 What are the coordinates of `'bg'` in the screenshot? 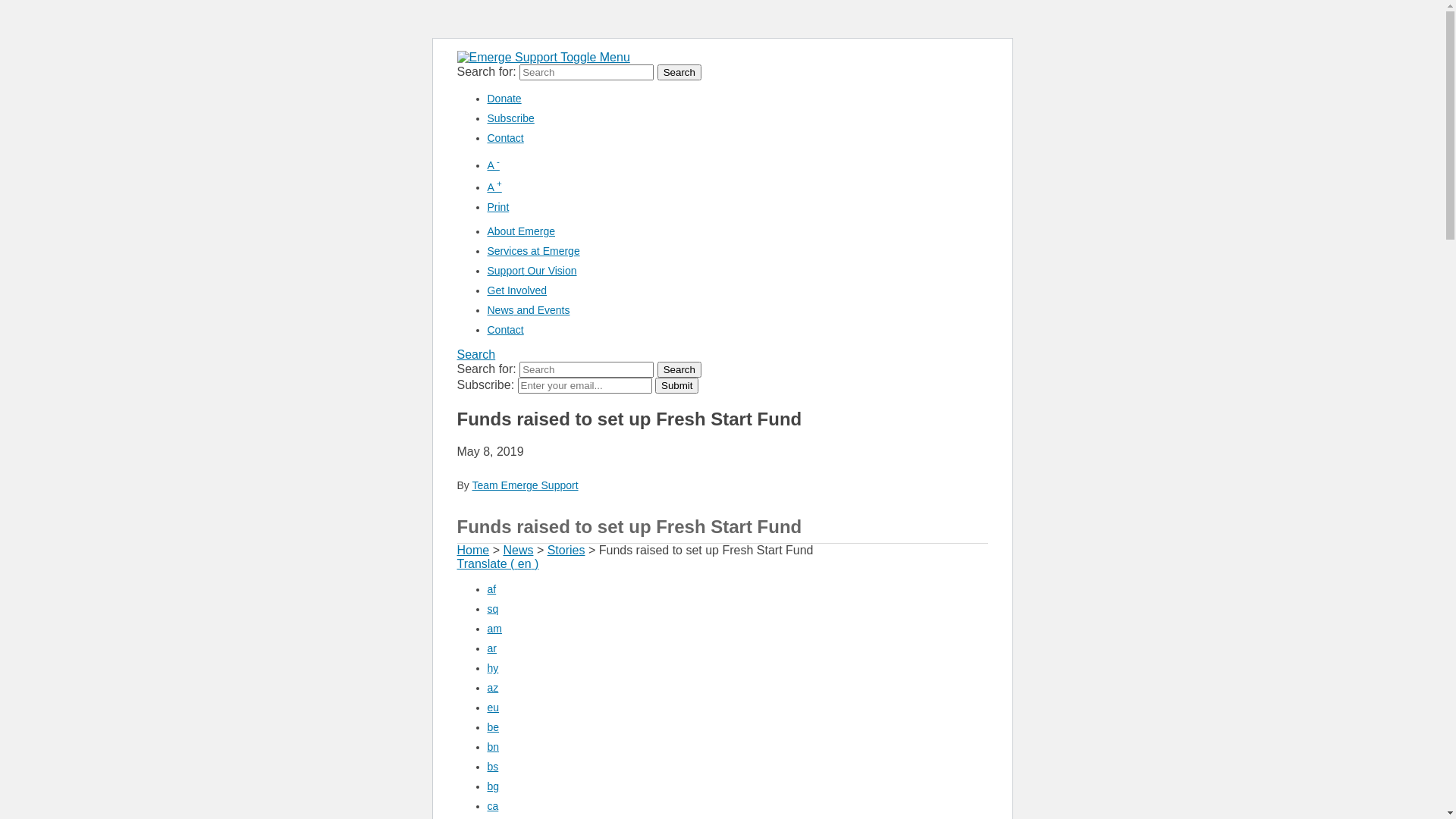 It's located at (487, 786).